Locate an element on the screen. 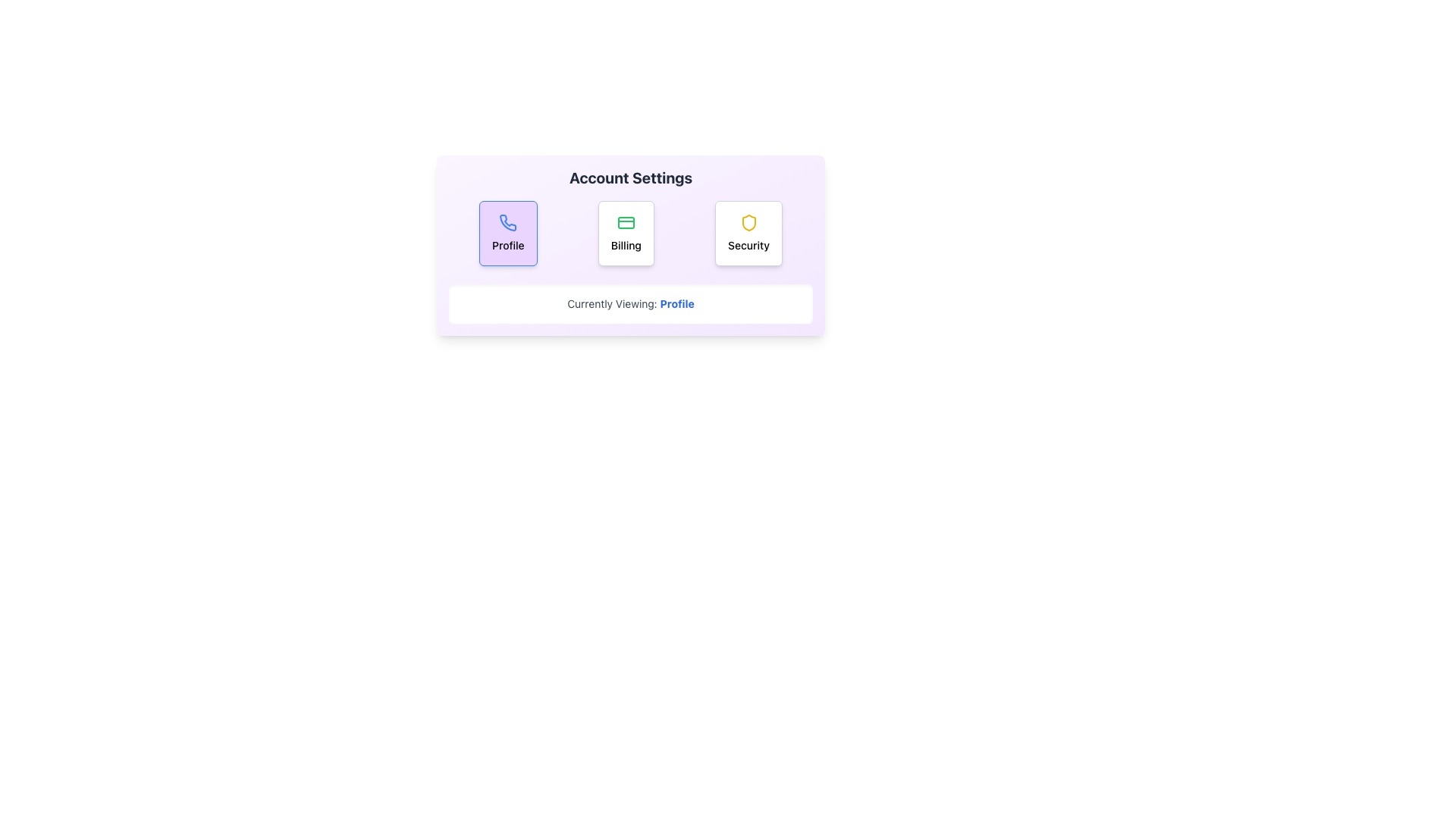 This screenshot has width=1456, height=819. the 'Billing' text label element, which is styled with a medium-sized sans-serif font and located centrally below the credit card icon in the 'Account Settings' section is located at coordinates (626, 245).